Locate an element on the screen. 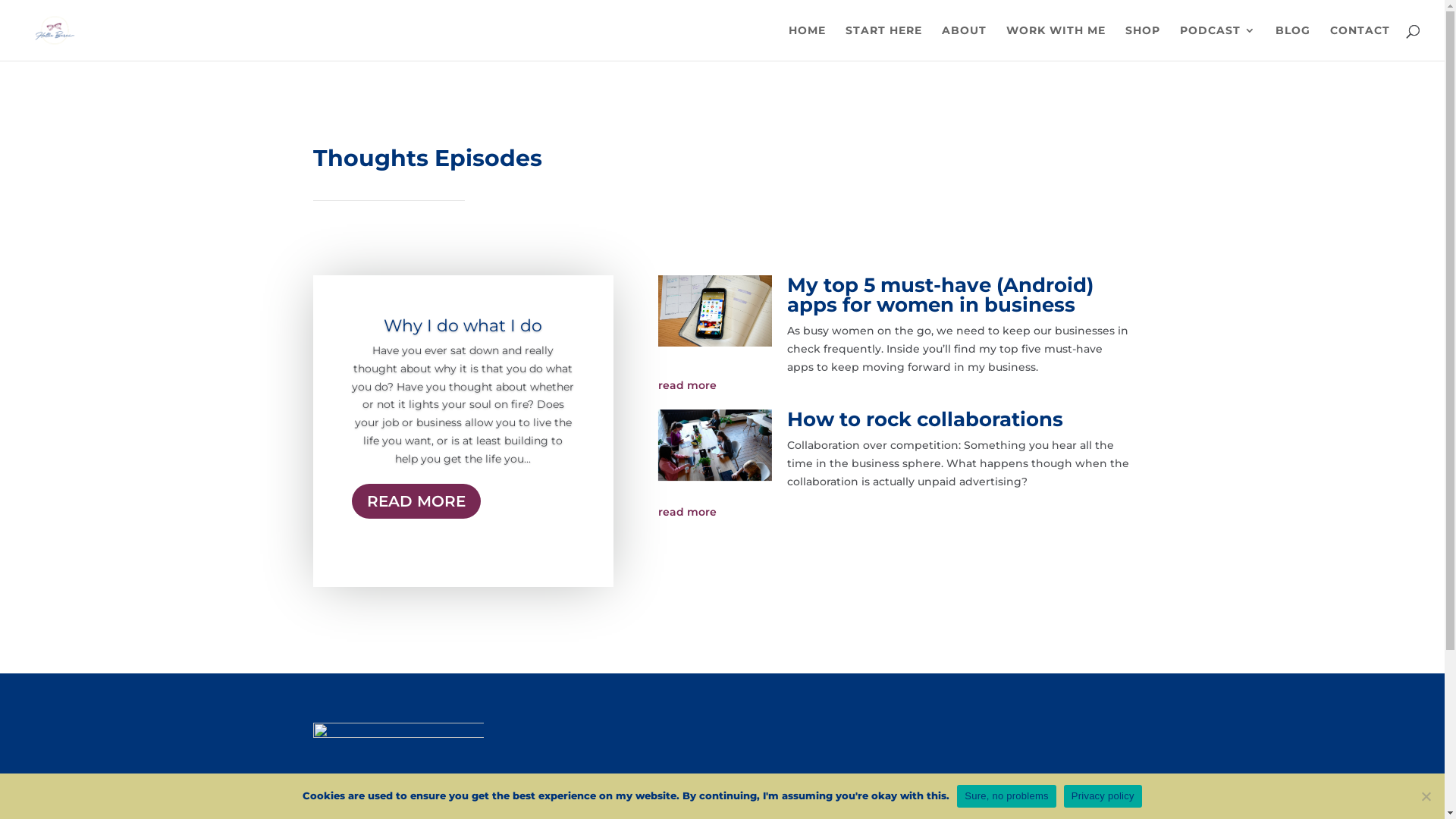 Image resolution: width=1456 pixels, height=819 pixels. 'WORK WITH ME' is located at coordinates (1055, 42).